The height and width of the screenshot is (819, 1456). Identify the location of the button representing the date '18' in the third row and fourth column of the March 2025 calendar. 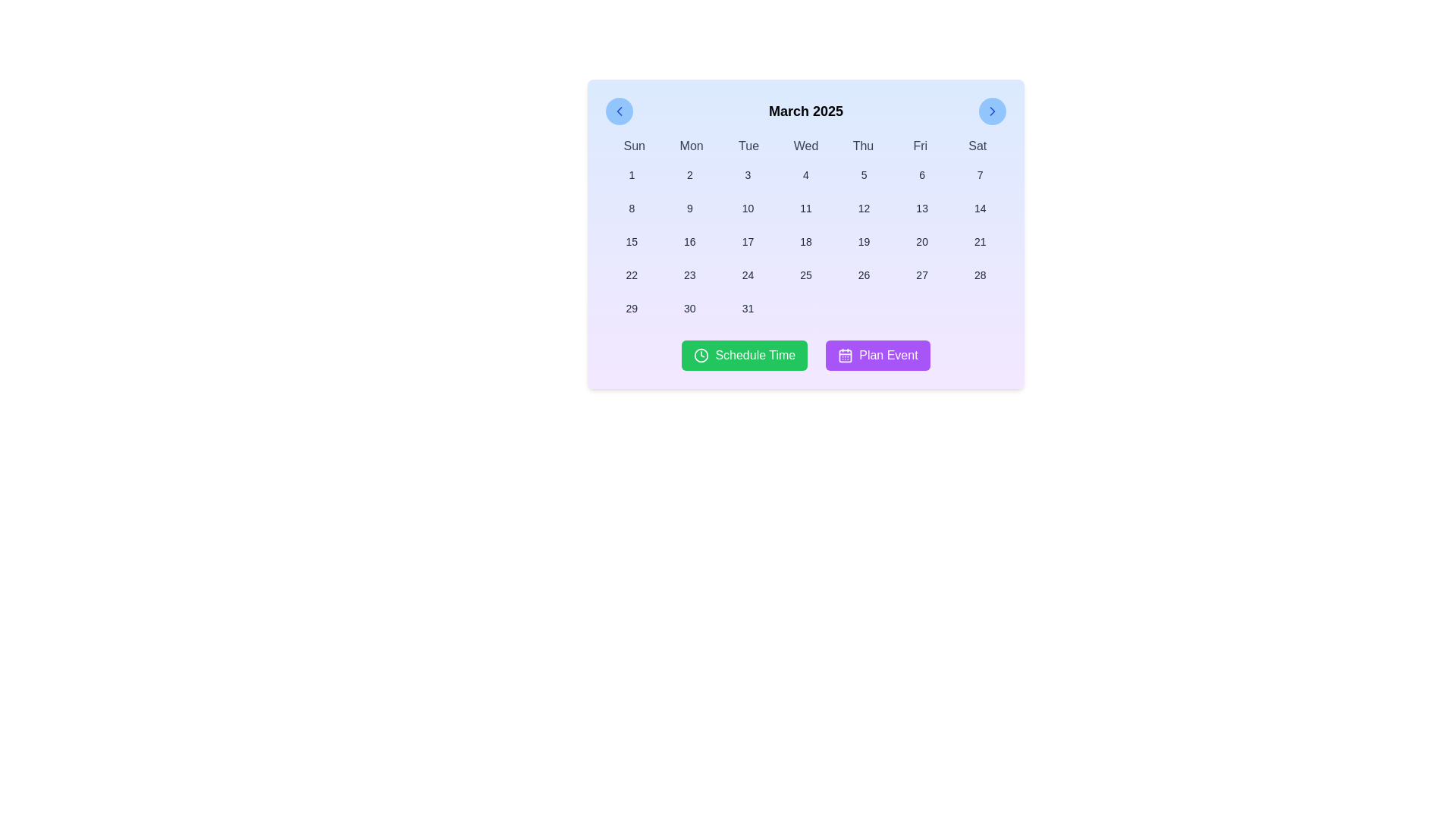
(805, 241).